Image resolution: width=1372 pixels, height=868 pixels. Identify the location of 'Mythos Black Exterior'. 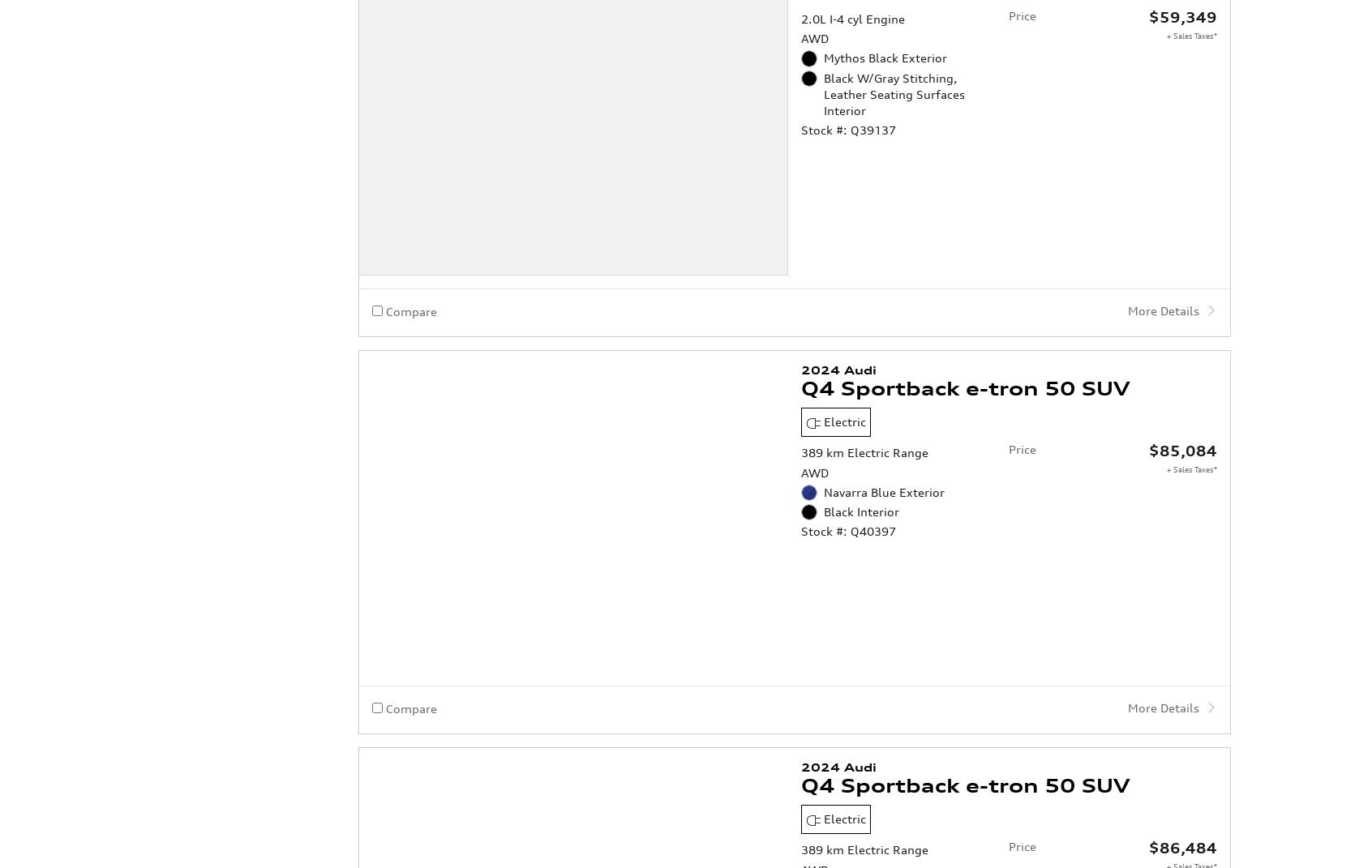
(885, 823).